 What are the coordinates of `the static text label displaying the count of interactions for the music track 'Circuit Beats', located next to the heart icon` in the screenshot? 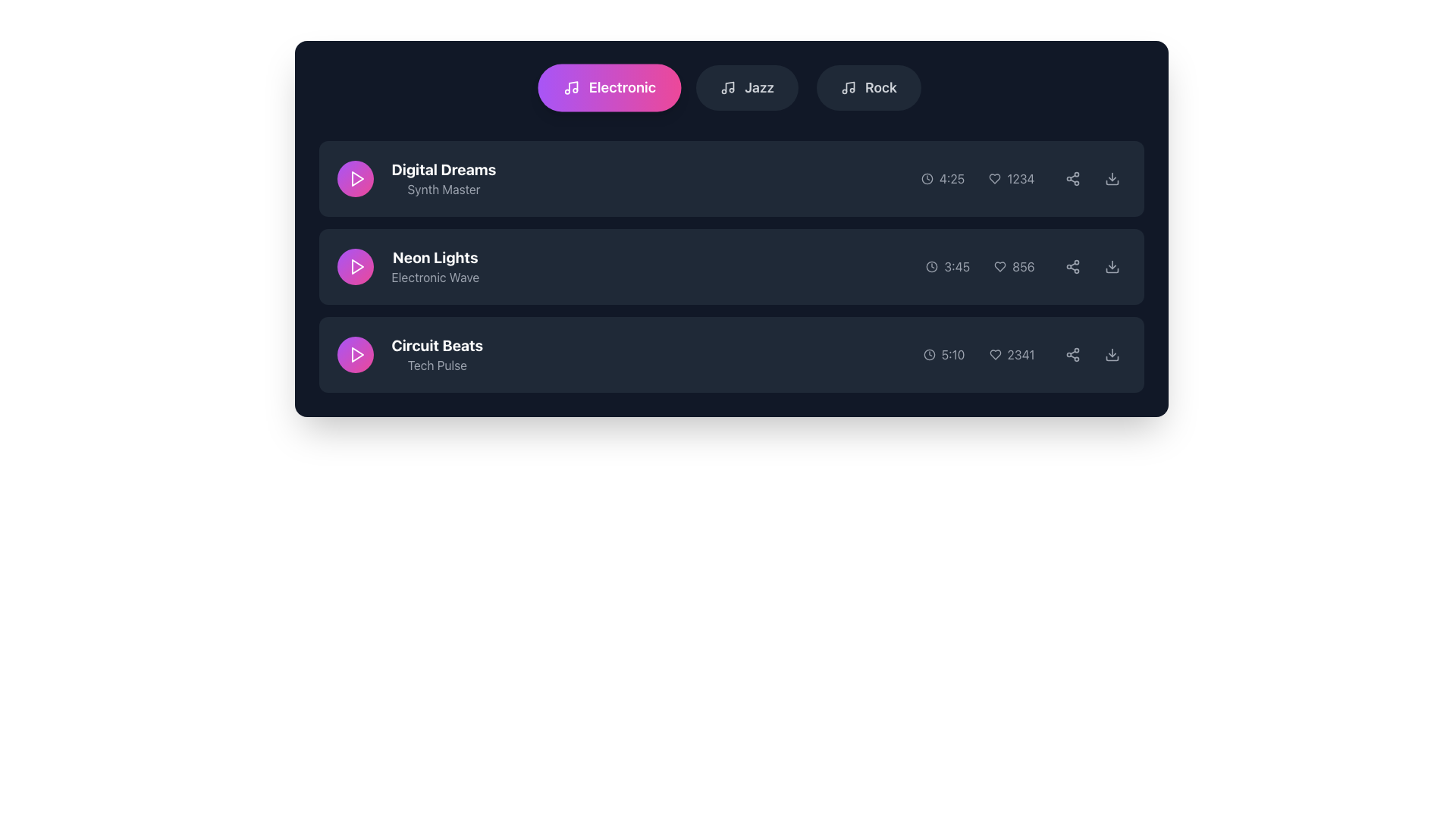 It's located at (1021, 354).